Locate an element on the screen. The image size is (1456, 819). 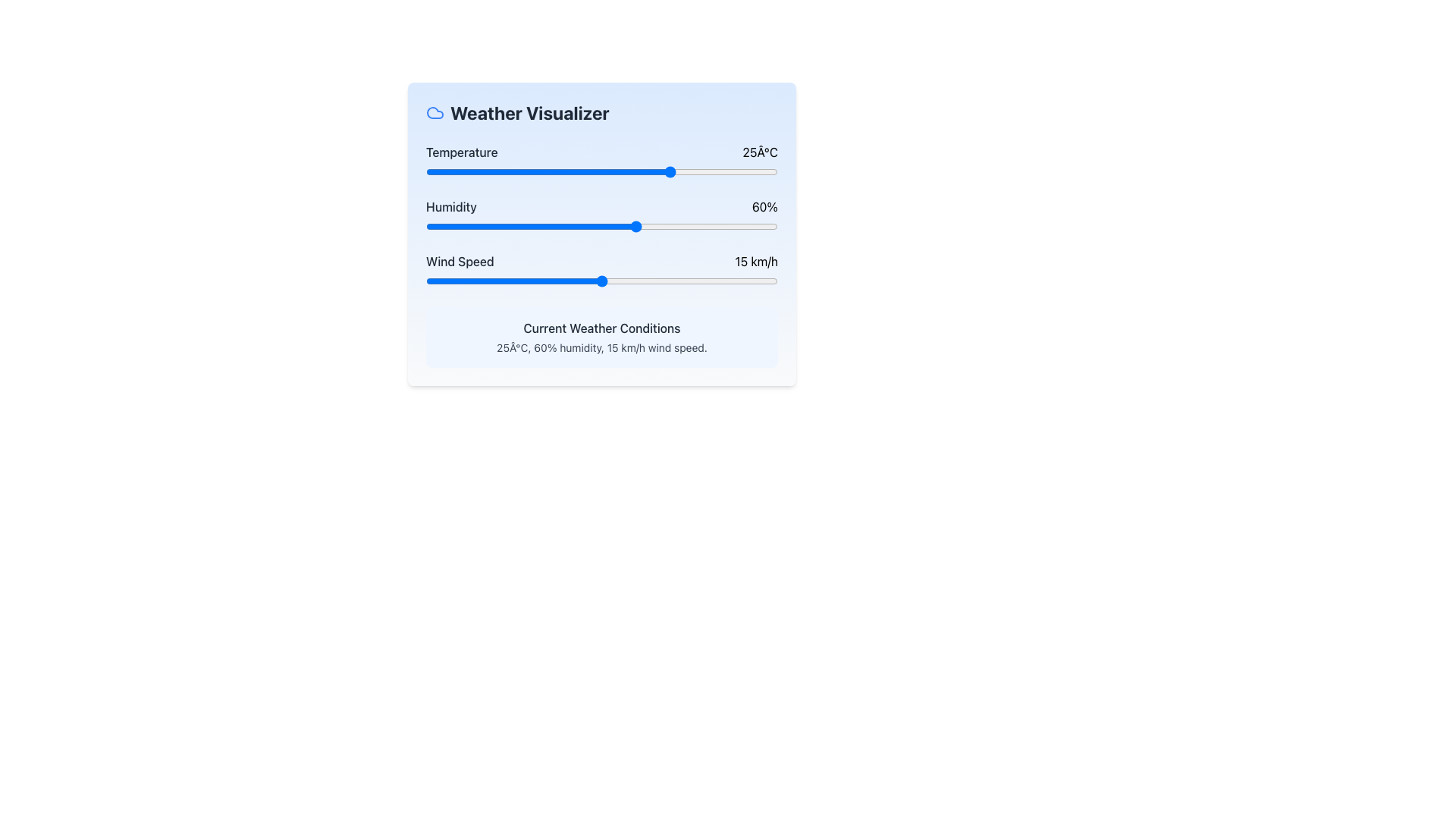
the 'Temperature' label element, which is a medium-weight, medium gray text label positioned on the left side of the weather visualization interface, aligned vertically with the temperature value on the right is located at coordinates (461, 152).